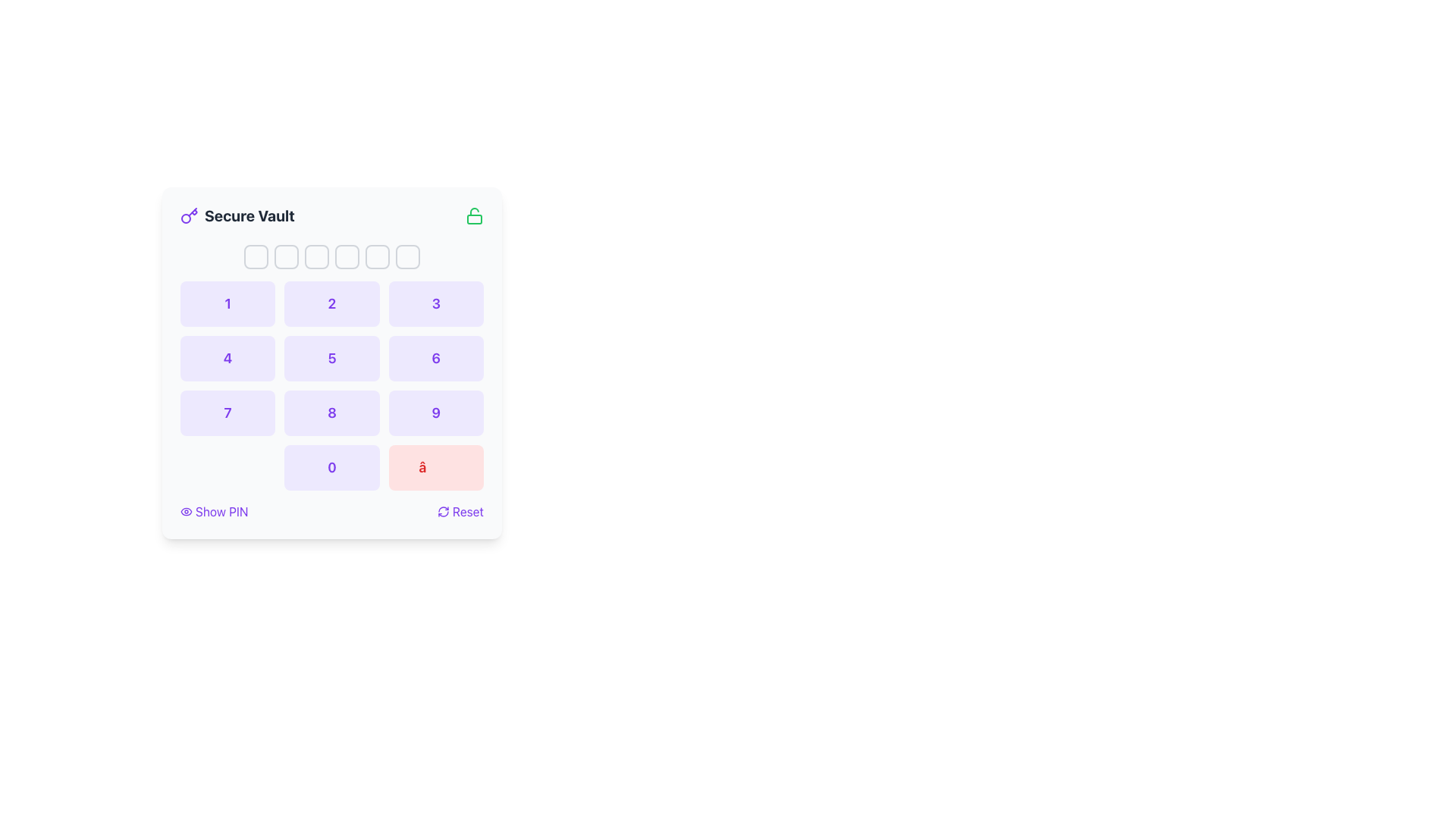  I want to click on the rectangular button with rounded corners and a violet background displaying the number '5', located in the center of the second row of buttons, so click(331, 359).